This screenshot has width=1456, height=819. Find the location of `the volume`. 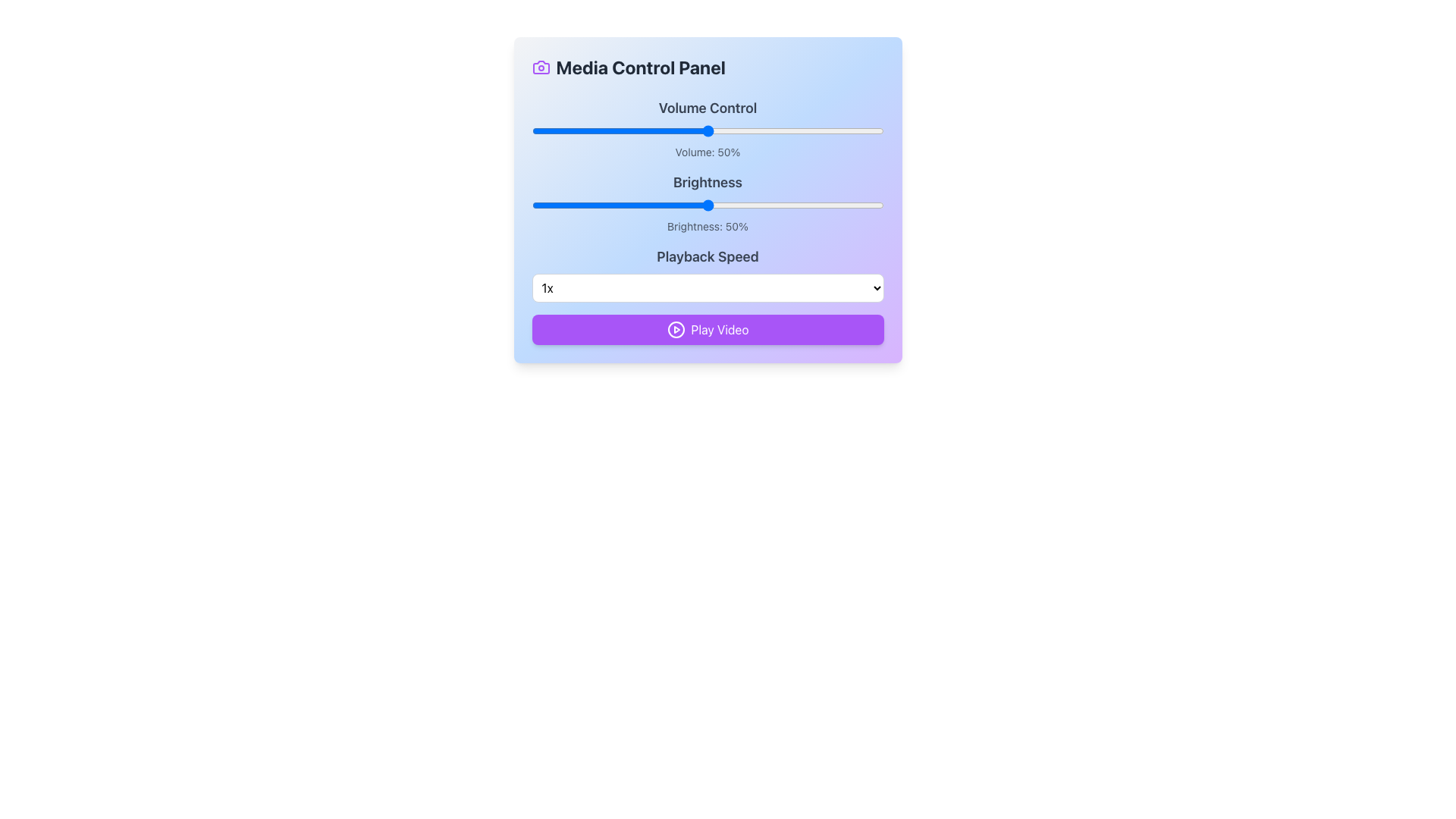

the volume is located at coordinates (584, 130).